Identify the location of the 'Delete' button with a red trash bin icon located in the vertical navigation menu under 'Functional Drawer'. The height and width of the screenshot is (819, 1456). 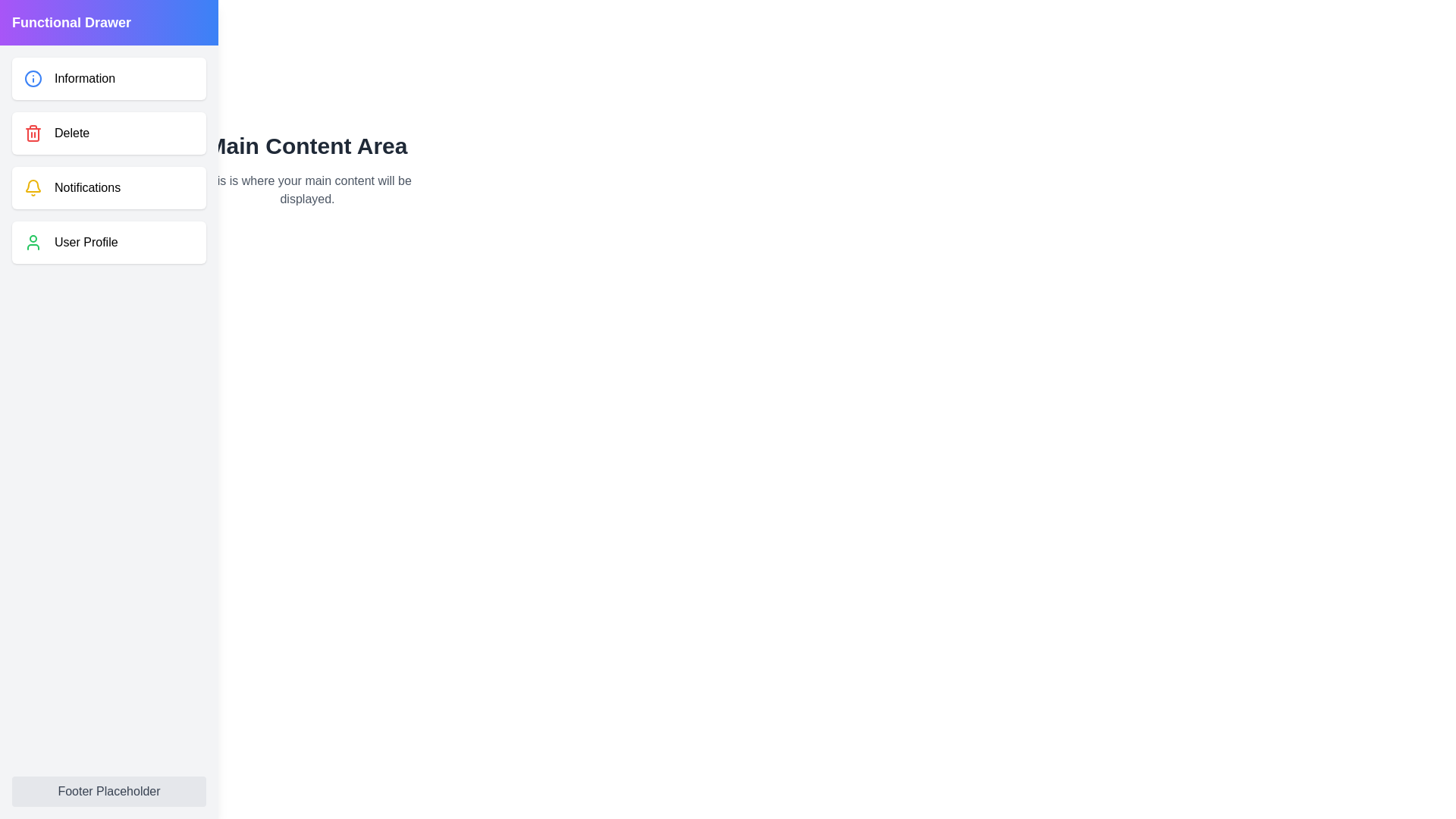
(108, 133).